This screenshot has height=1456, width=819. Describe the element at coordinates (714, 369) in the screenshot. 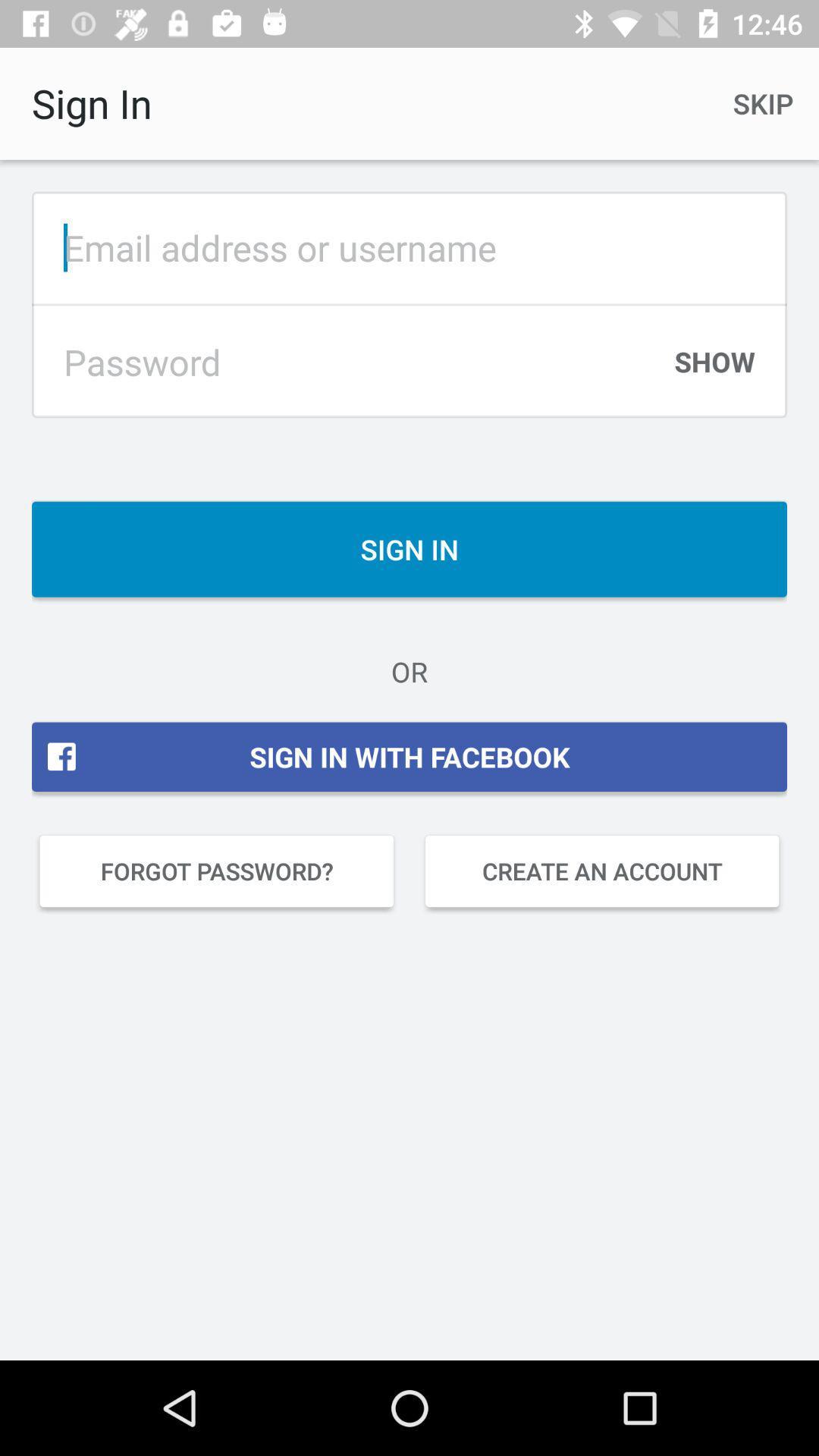

I see `show item` at that location.